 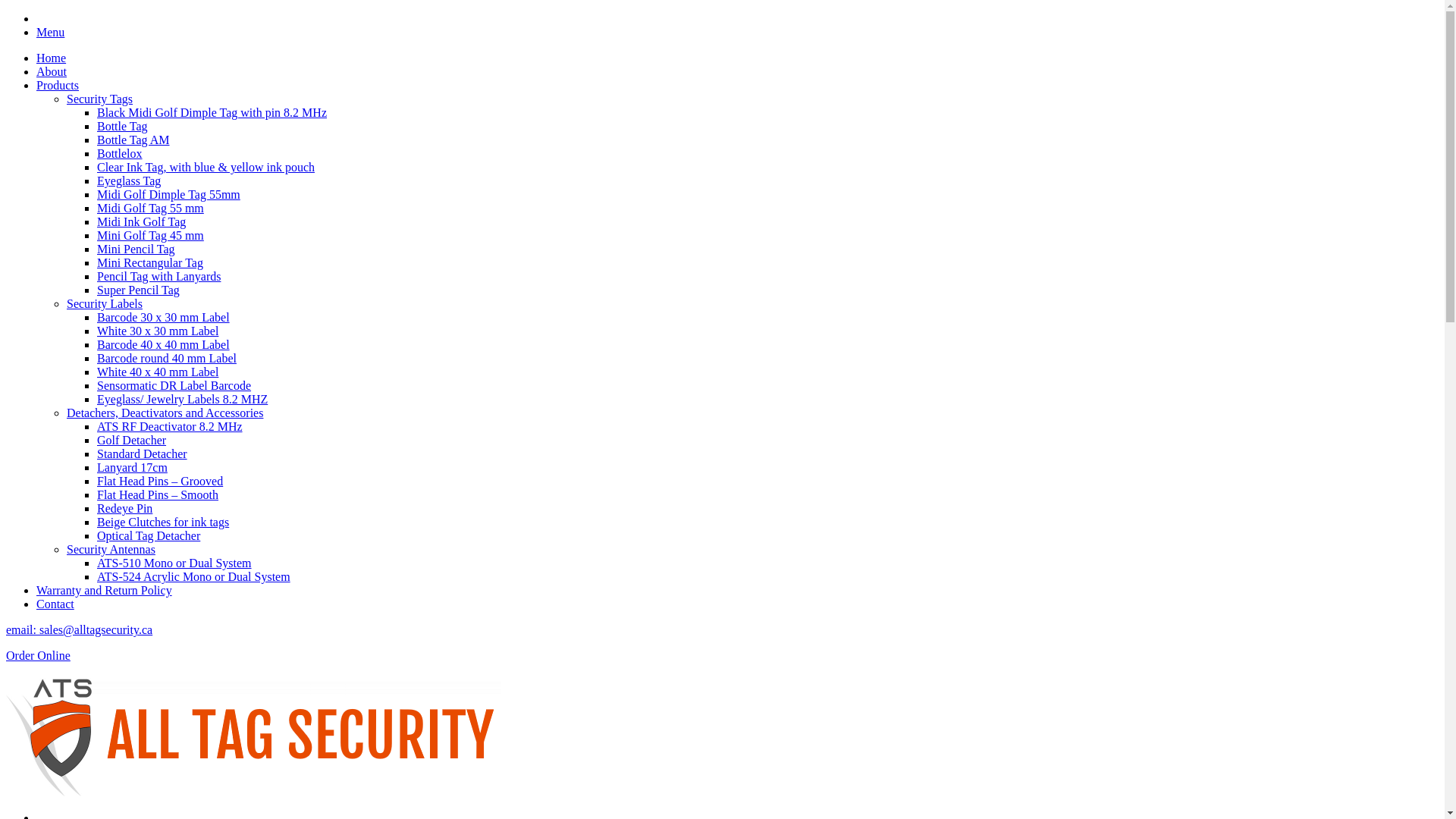 I want to click on 'Bottlelox', so click(x=119, y=153).